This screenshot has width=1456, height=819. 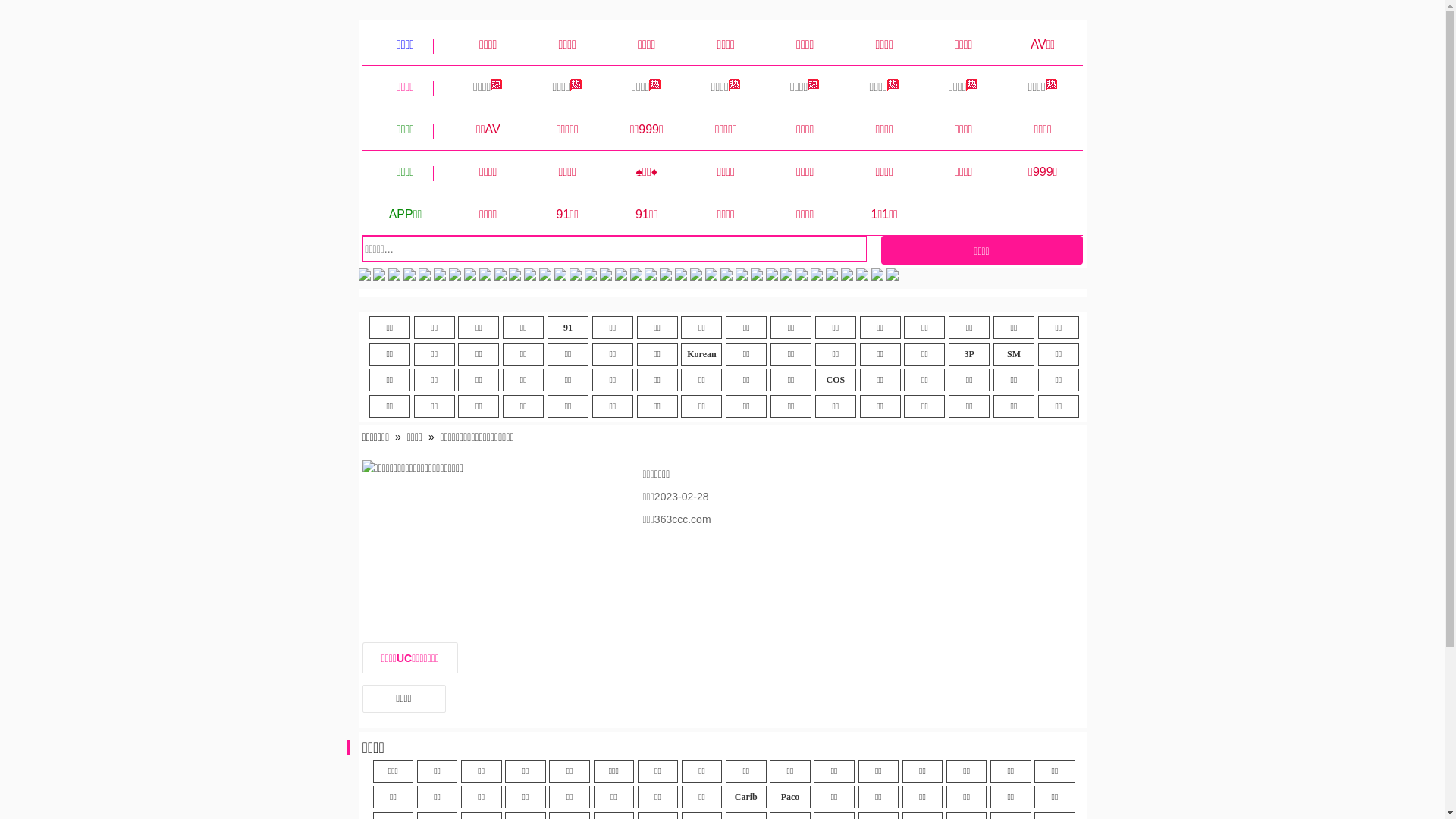 What do you see at coordinates (1014, 353) in the screenshot?
I see `'SM'` at bounding box center [1014, 353].